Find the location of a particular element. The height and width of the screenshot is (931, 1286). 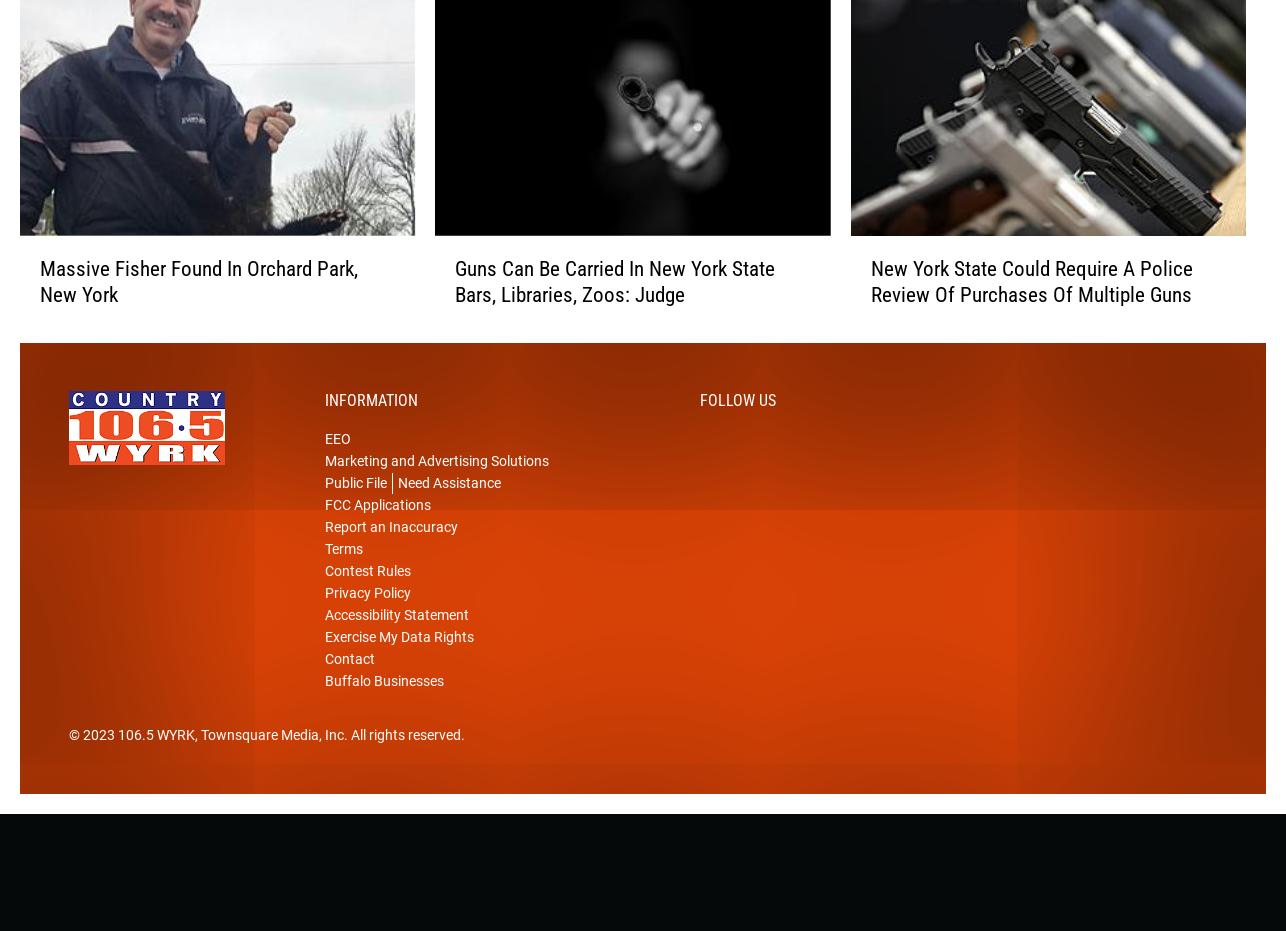

'FCC Applications' is located at coordinates (376, 536).